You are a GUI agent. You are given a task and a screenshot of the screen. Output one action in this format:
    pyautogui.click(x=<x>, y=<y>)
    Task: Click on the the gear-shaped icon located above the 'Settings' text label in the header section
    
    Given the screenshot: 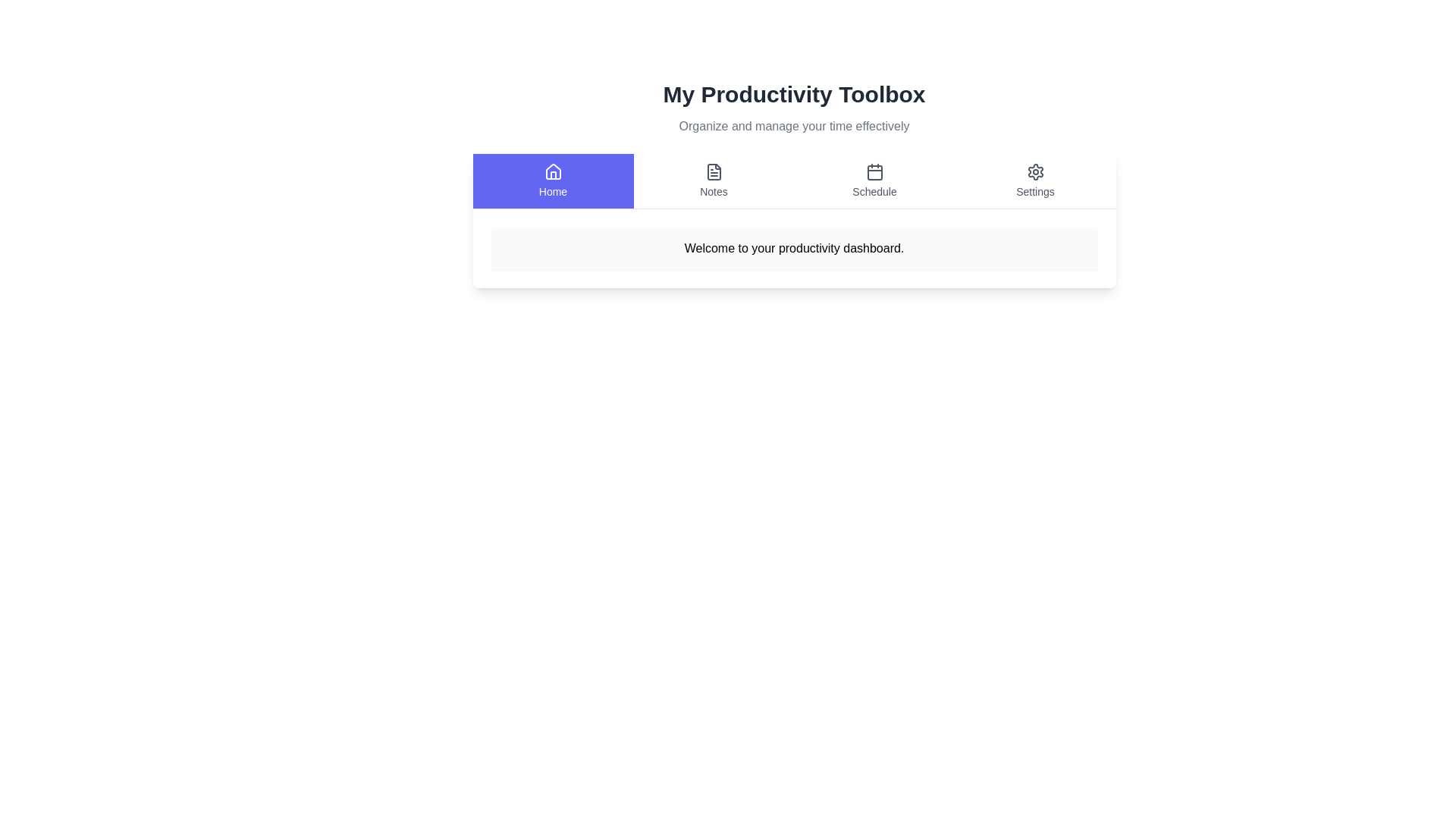 What is the action you would take?
    pyautogui.click(x=1034, y=171)
    